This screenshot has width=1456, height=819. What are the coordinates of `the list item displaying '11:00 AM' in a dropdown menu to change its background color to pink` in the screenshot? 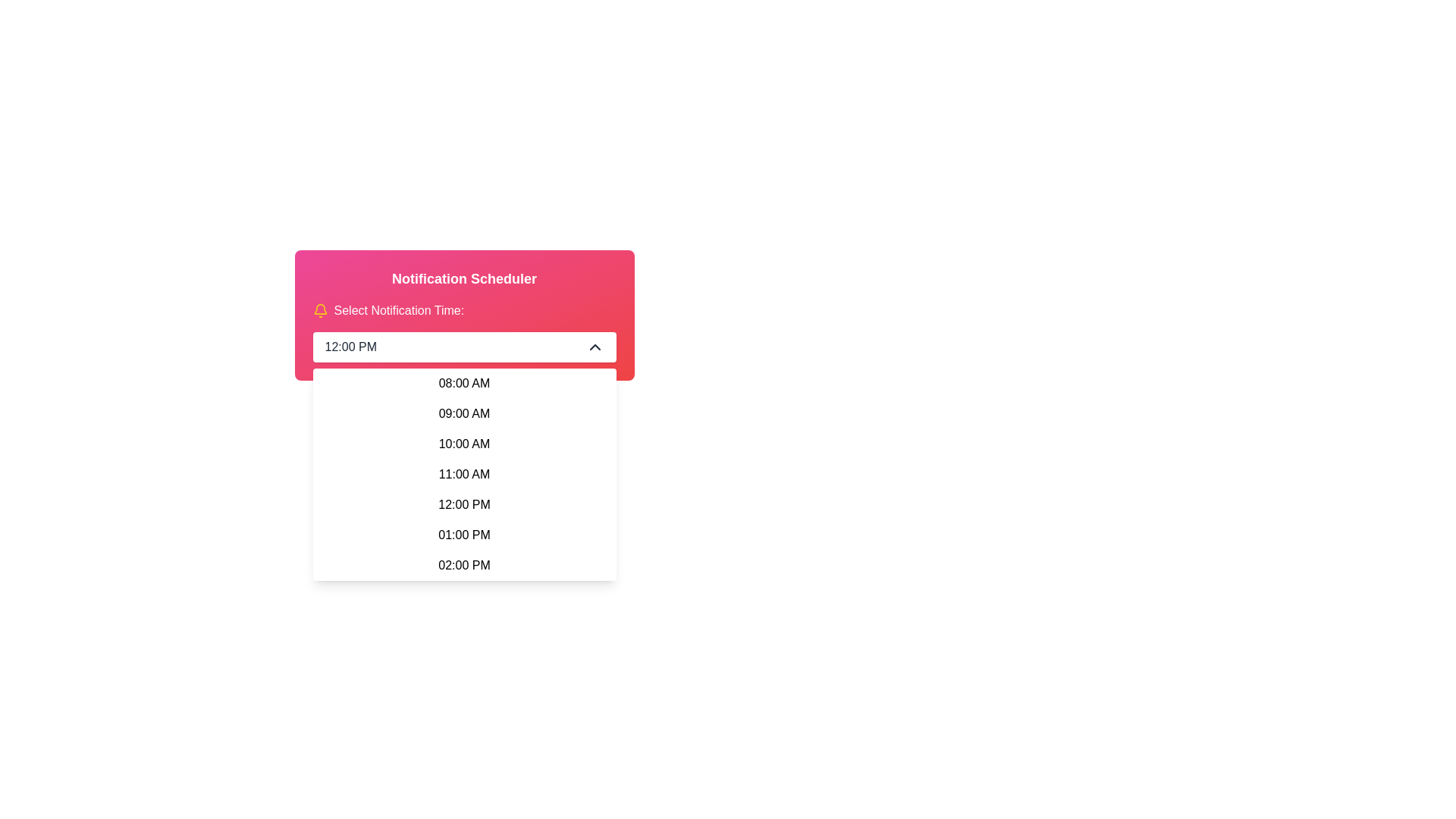 It's located at (463, 473).